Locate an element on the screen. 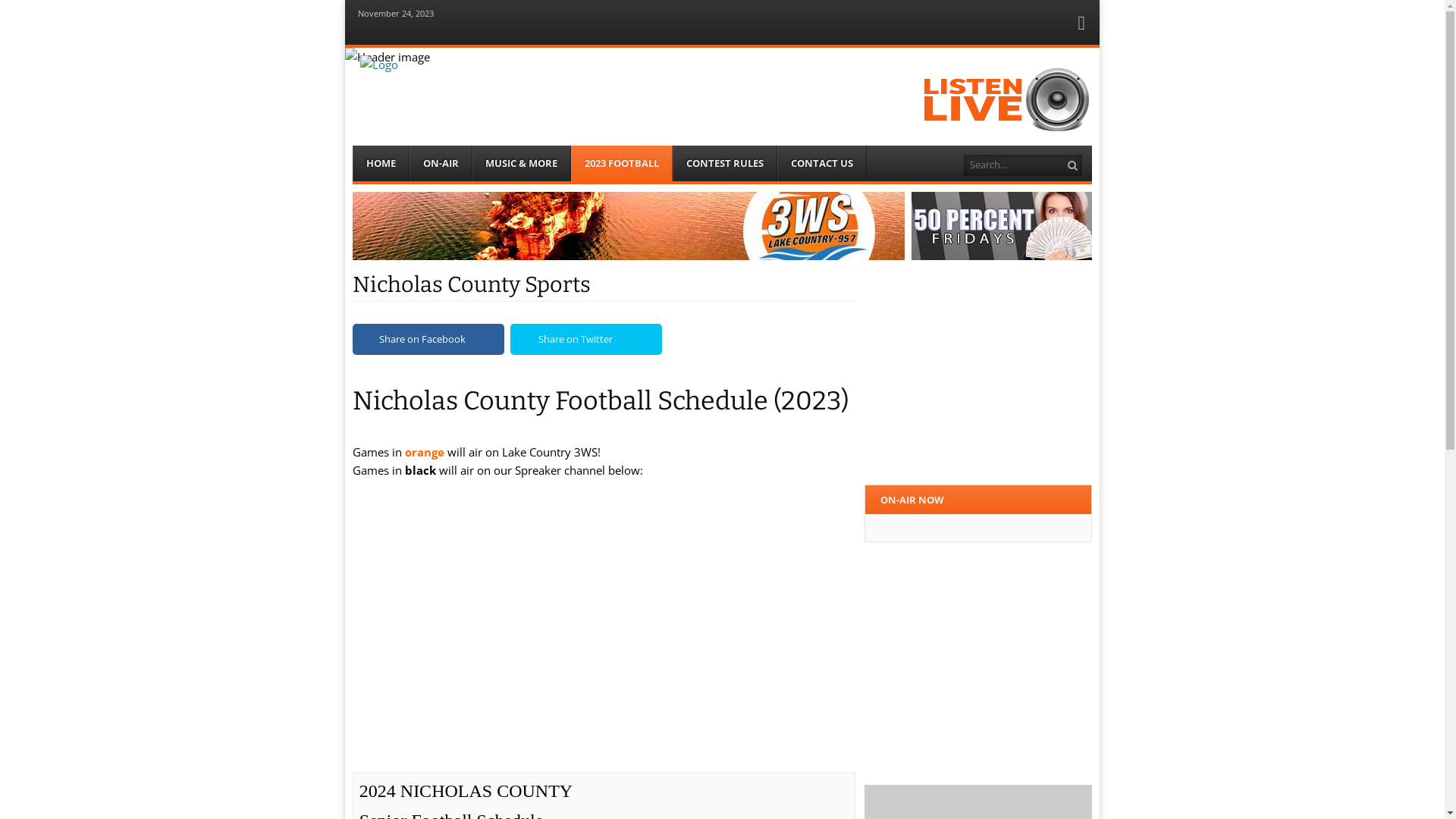 This screenshot has width=1456, height=819. 'CONTACT US' is located at coordinates (821, 163).